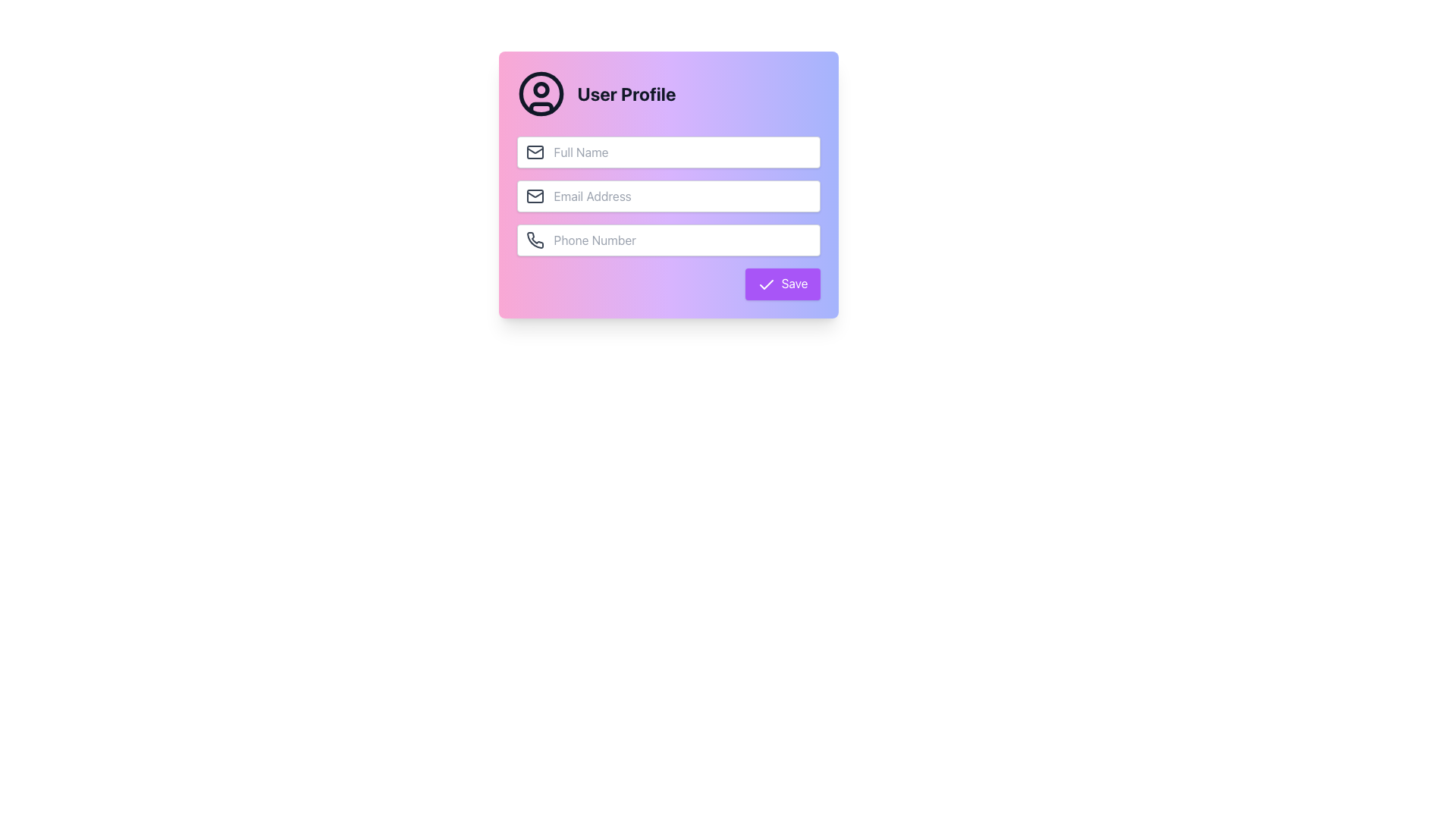 Image resolution: width=1456 pixels, height=819 pixels. What do you see at coordinates (626, 93) in the screenshot?
I see `the 'User Profile' text label, which is displayed in bold and large font, located to the right of the user profile icon in the header layout` at bounding box center [626, 93].